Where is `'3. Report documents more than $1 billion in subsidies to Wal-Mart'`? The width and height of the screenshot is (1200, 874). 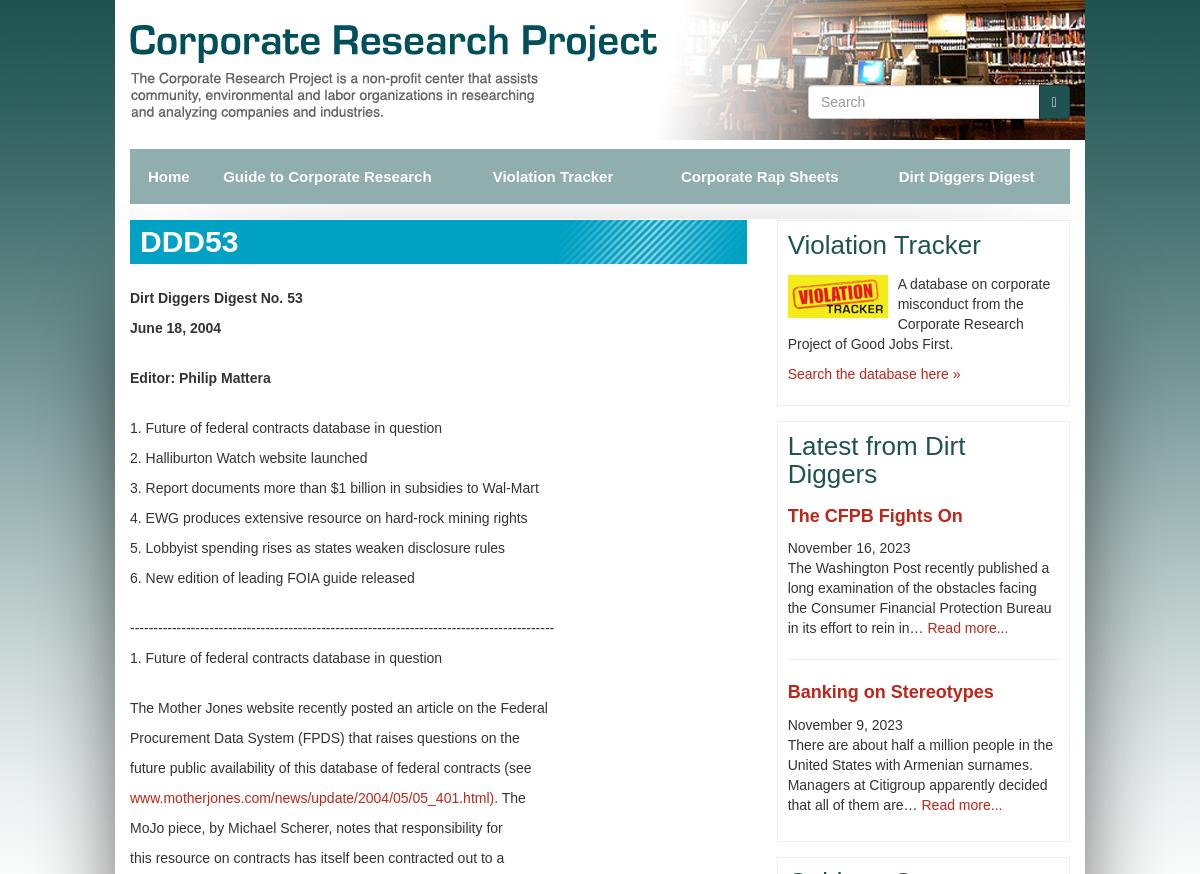
'3. Report documents more than $1 billion in subsidies to Wal-Mart' is located at coordinates (333, 487).